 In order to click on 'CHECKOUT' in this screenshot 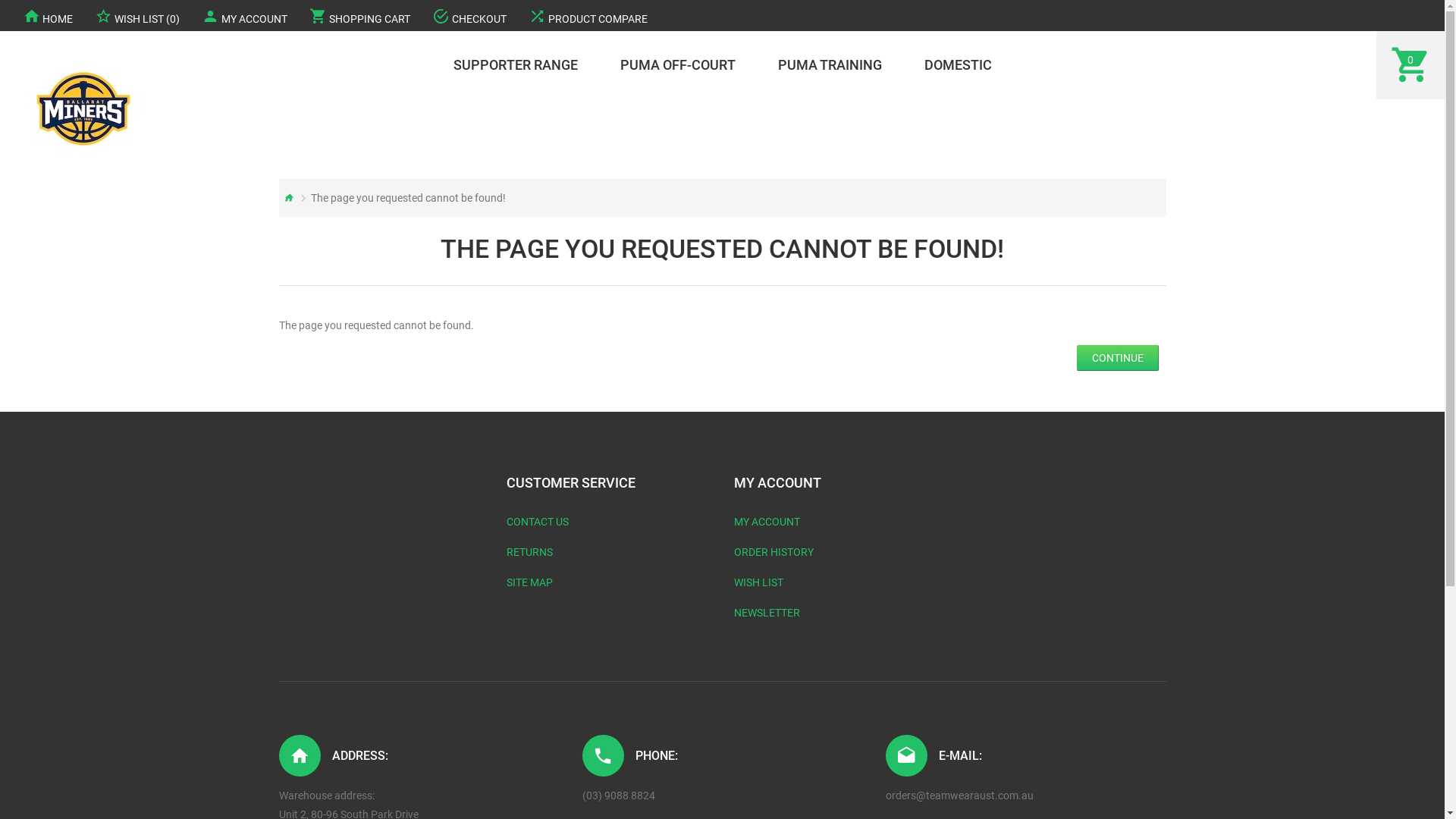, I will do `click(469, 15)`.